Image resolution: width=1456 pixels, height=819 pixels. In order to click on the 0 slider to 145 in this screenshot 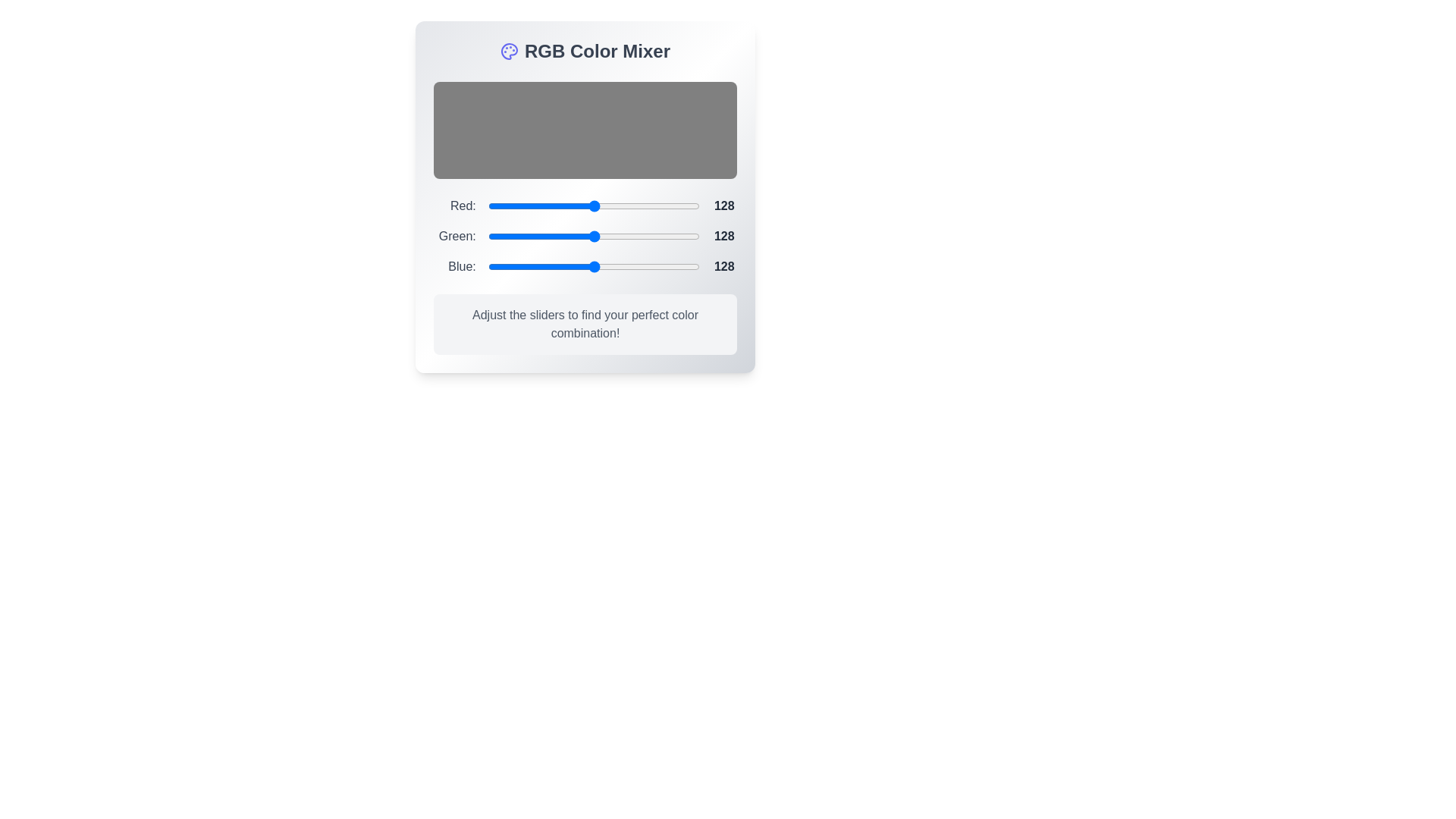, I will do `click(608, 206)`.